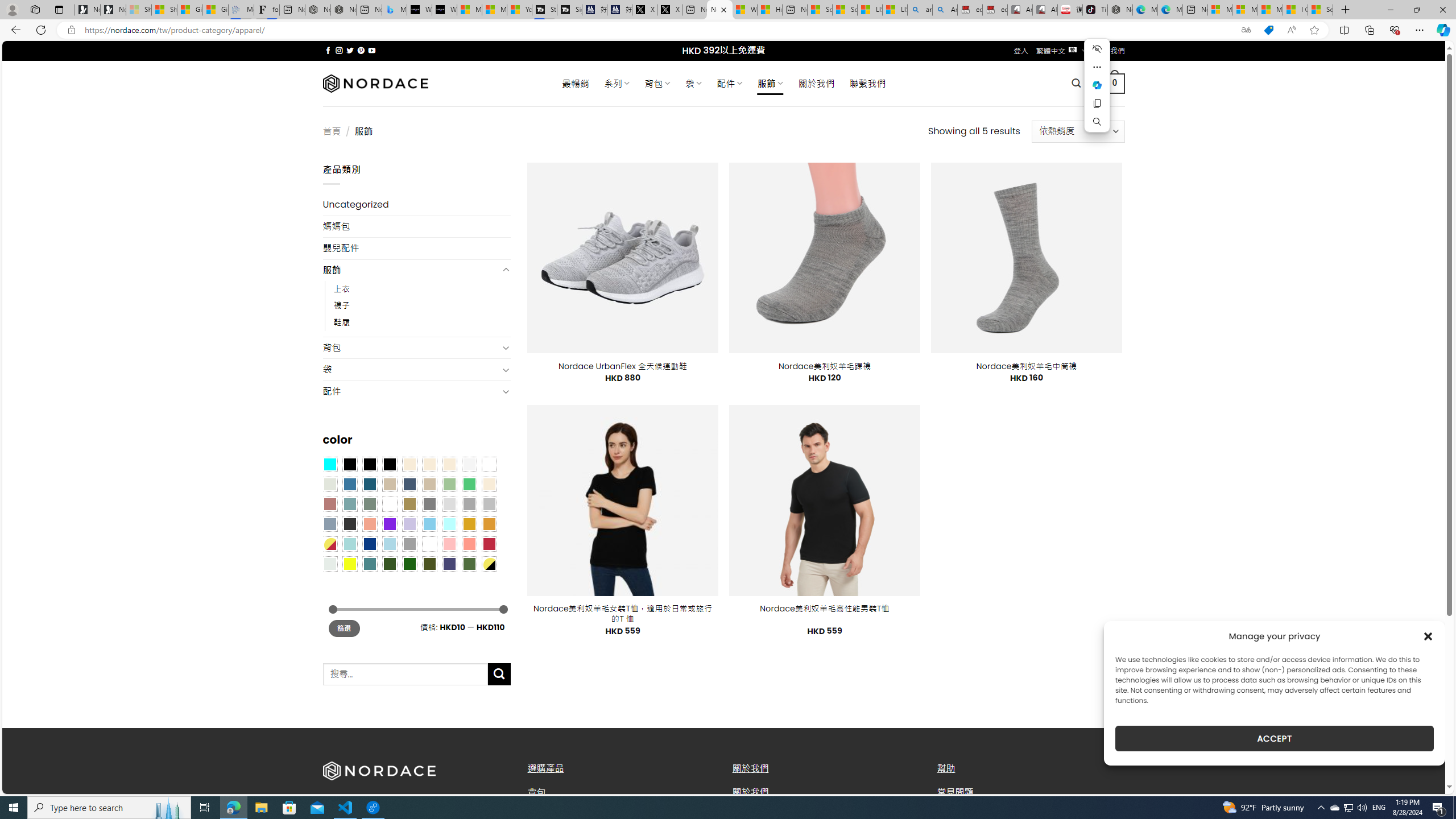 The image size is (1456, 819). What do you see at coordinates (338, 50) in the screenshot?
I see `'Follow on Instagram'` at bounding box center [338, 50].